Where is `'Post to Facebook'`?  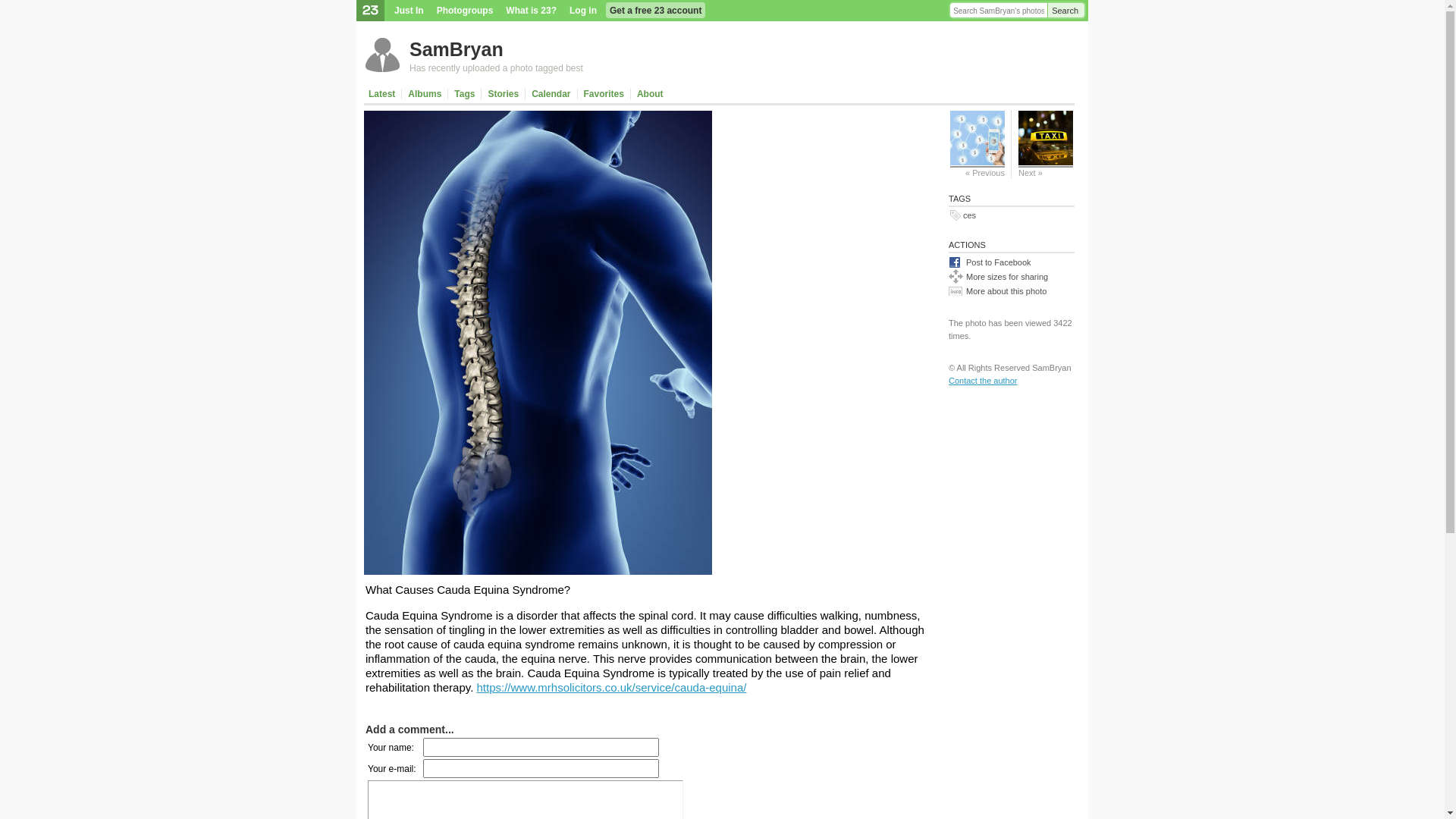
'Post to Facebook' is located at coordinates (1012, 261).